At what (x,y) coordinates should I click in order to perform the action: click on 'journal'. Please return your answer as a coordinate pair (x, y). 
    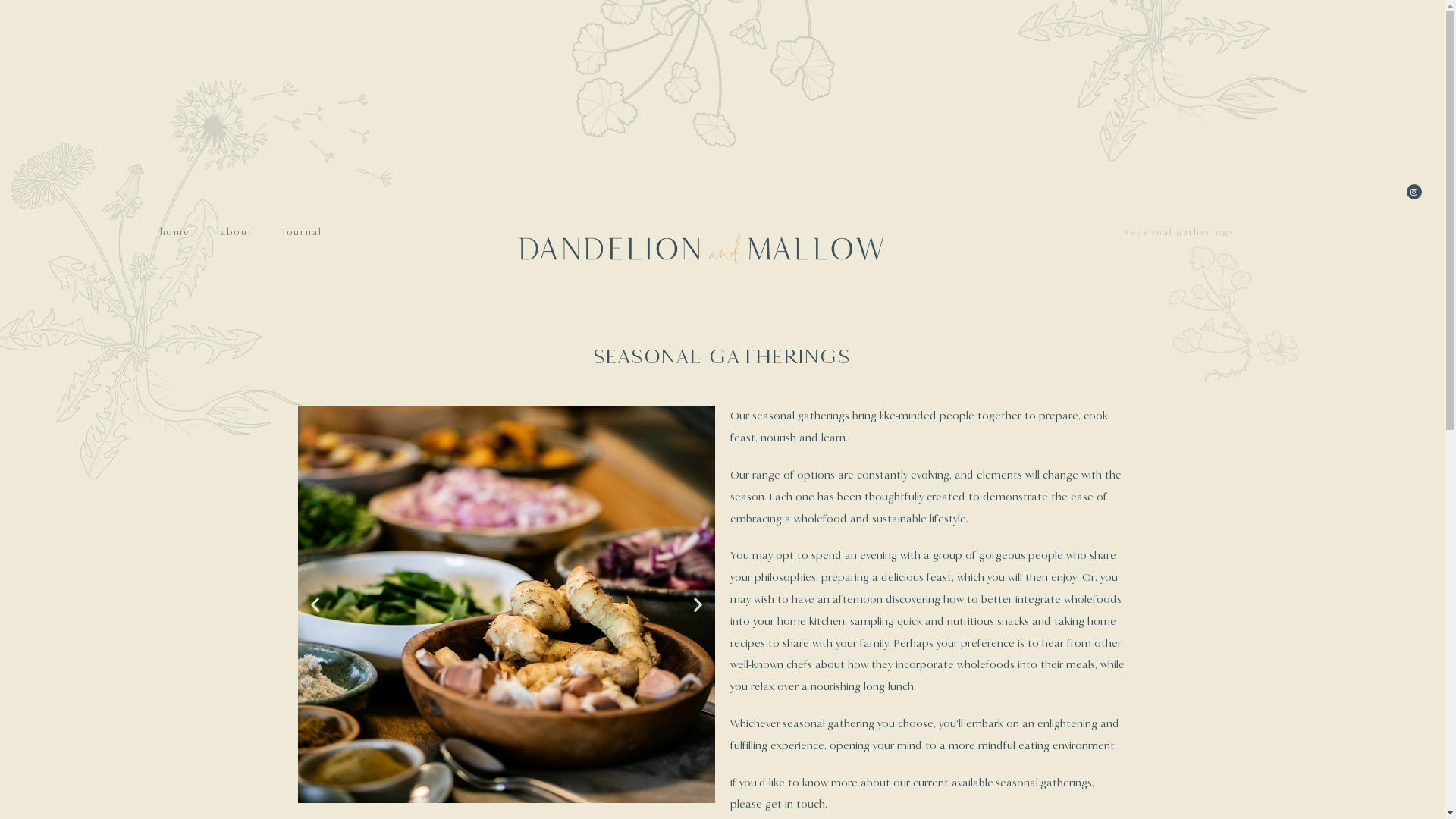
    Looking at the image, I should click on (302, 231).